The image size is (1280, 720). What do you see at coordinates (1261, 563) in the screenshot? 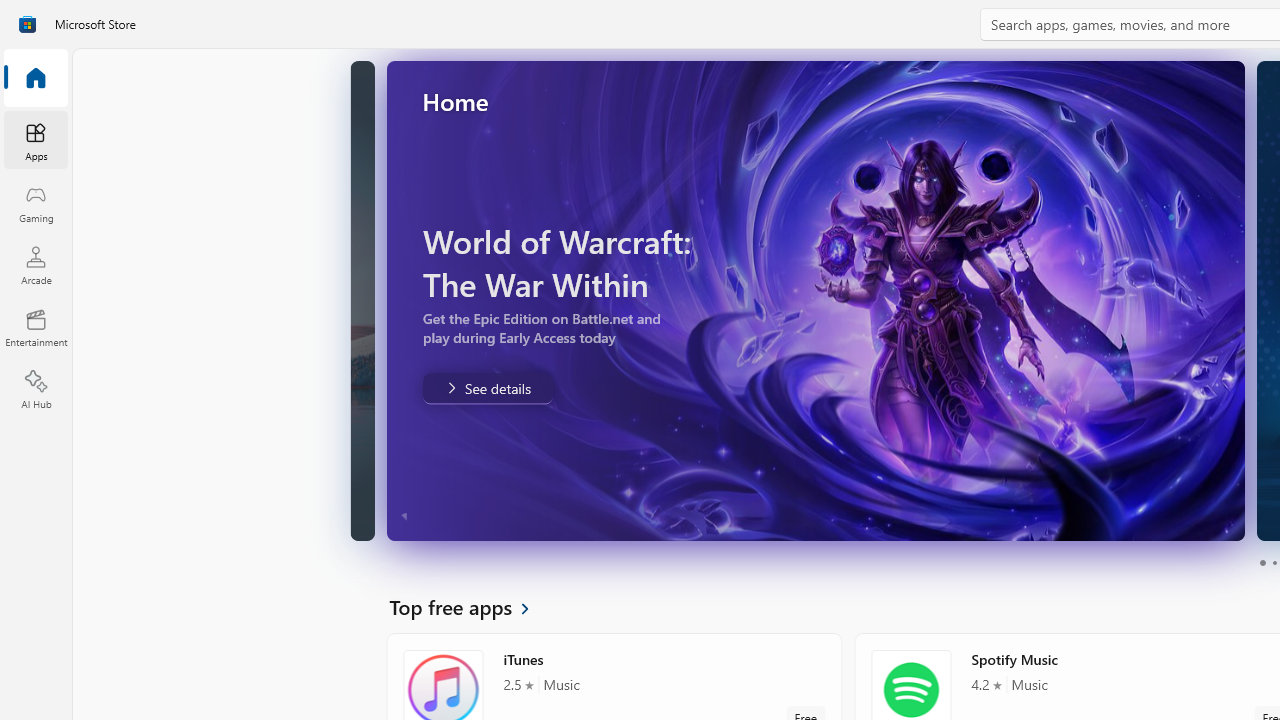
I see `'Page 1'` at bounding box center [1261, 563].